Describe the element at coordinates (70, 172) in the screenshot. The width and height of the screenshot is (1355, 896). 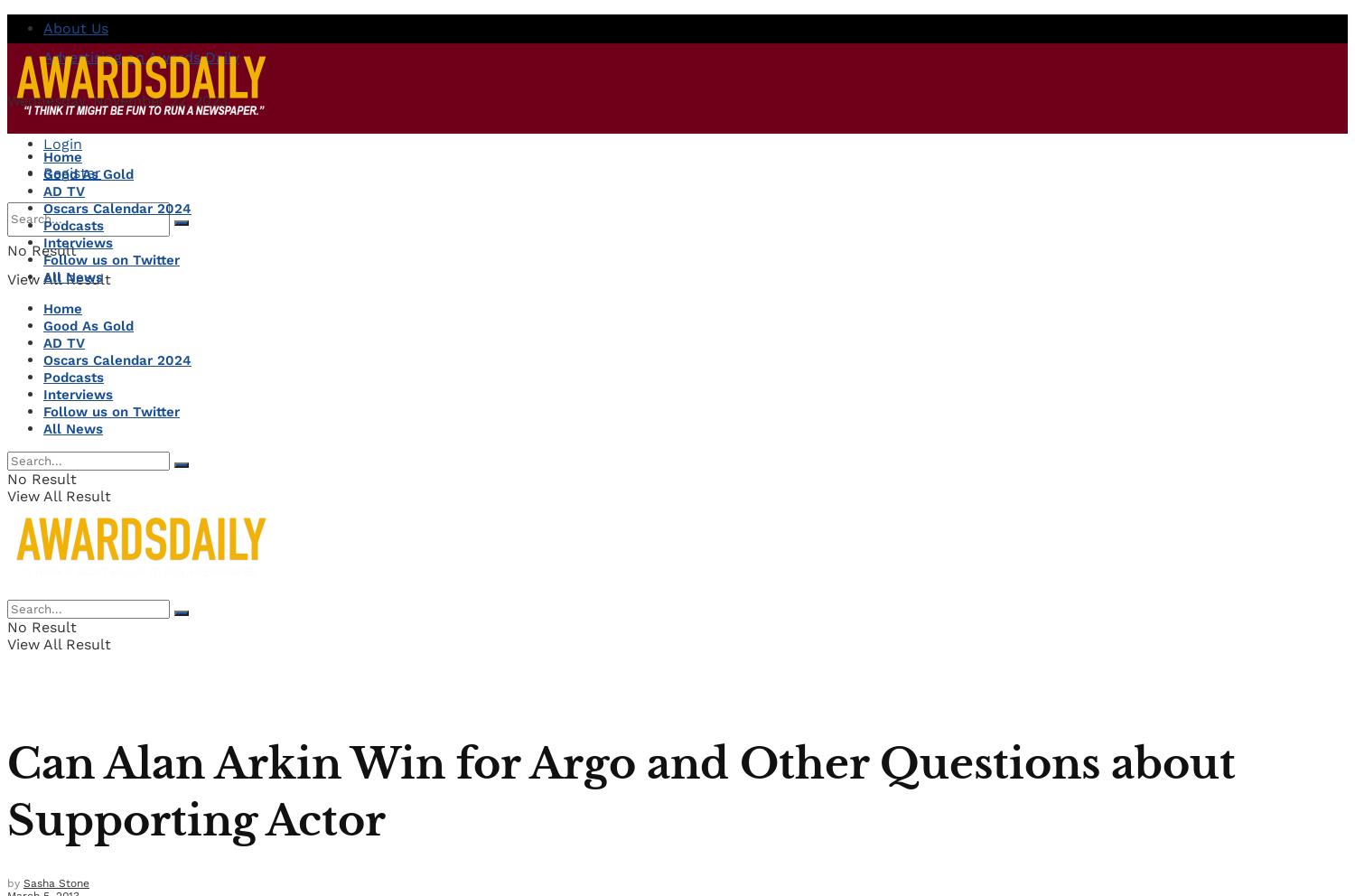
I see `'Register'` at that location.